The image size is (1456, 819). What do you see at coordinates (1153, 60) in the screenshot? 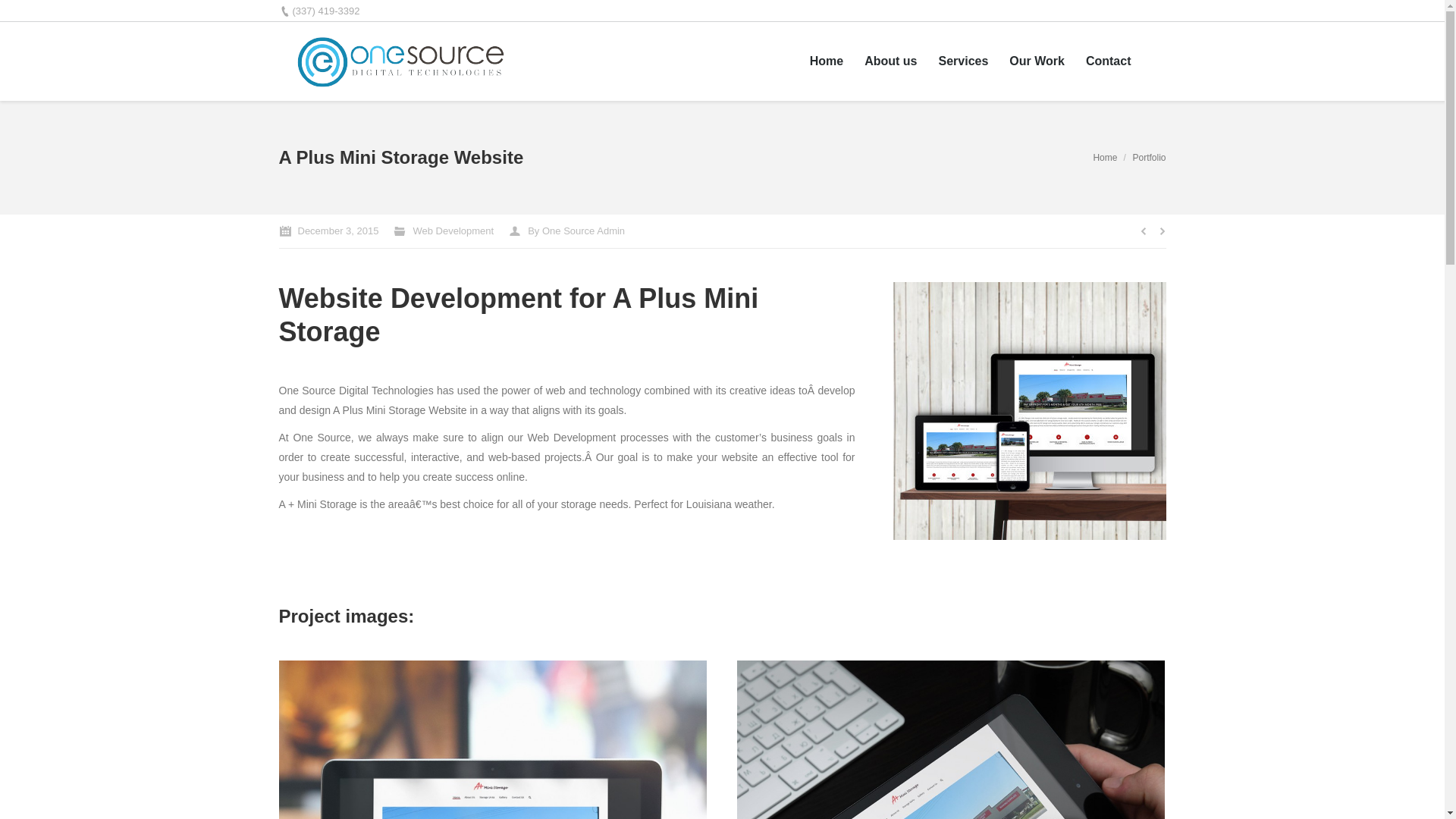
I see `' '` at bounding box center [1153, 60].